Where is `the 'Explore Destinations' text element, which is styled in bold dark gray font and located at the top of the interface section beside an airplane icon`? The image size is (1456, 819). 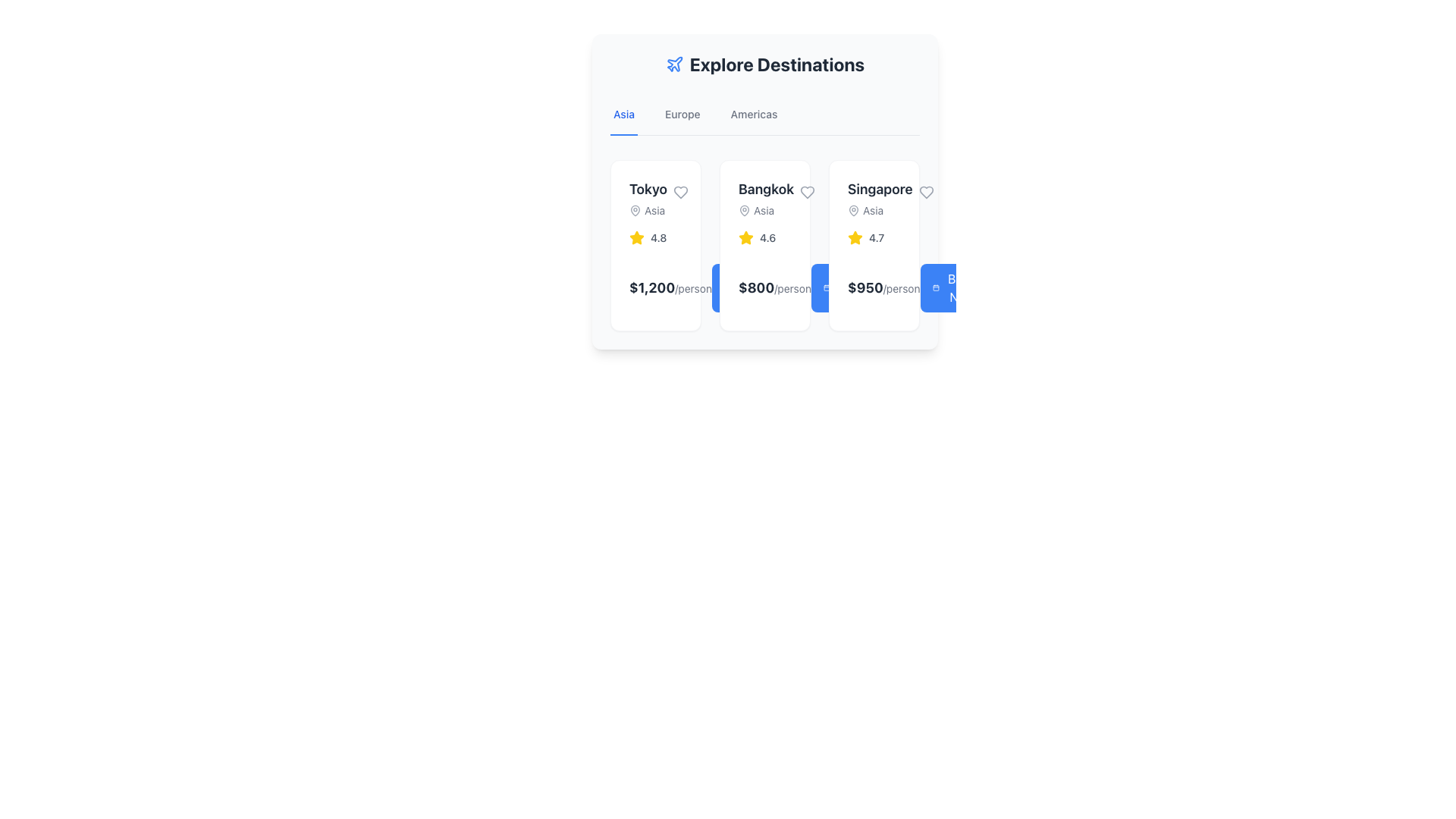 the 'Explore Destinations' text element, which is styled in bold dark gray font and located at the top of the interface section beside an airplane icon is located at coordinates (777, 63).